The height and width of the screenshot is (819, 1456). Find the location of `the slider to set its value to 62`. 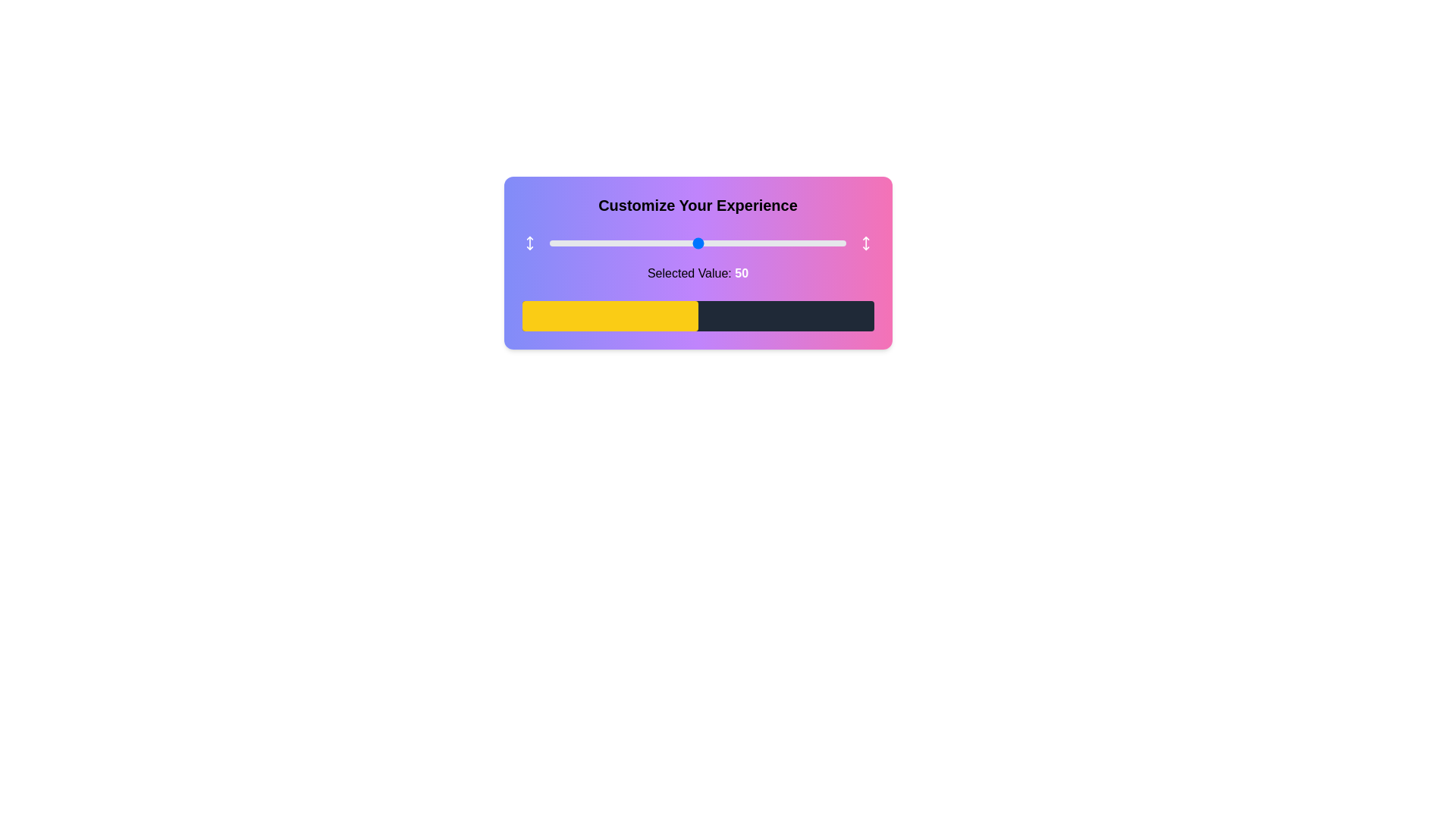

the slider to set its value to 62 is located at coordinates (733, 242).